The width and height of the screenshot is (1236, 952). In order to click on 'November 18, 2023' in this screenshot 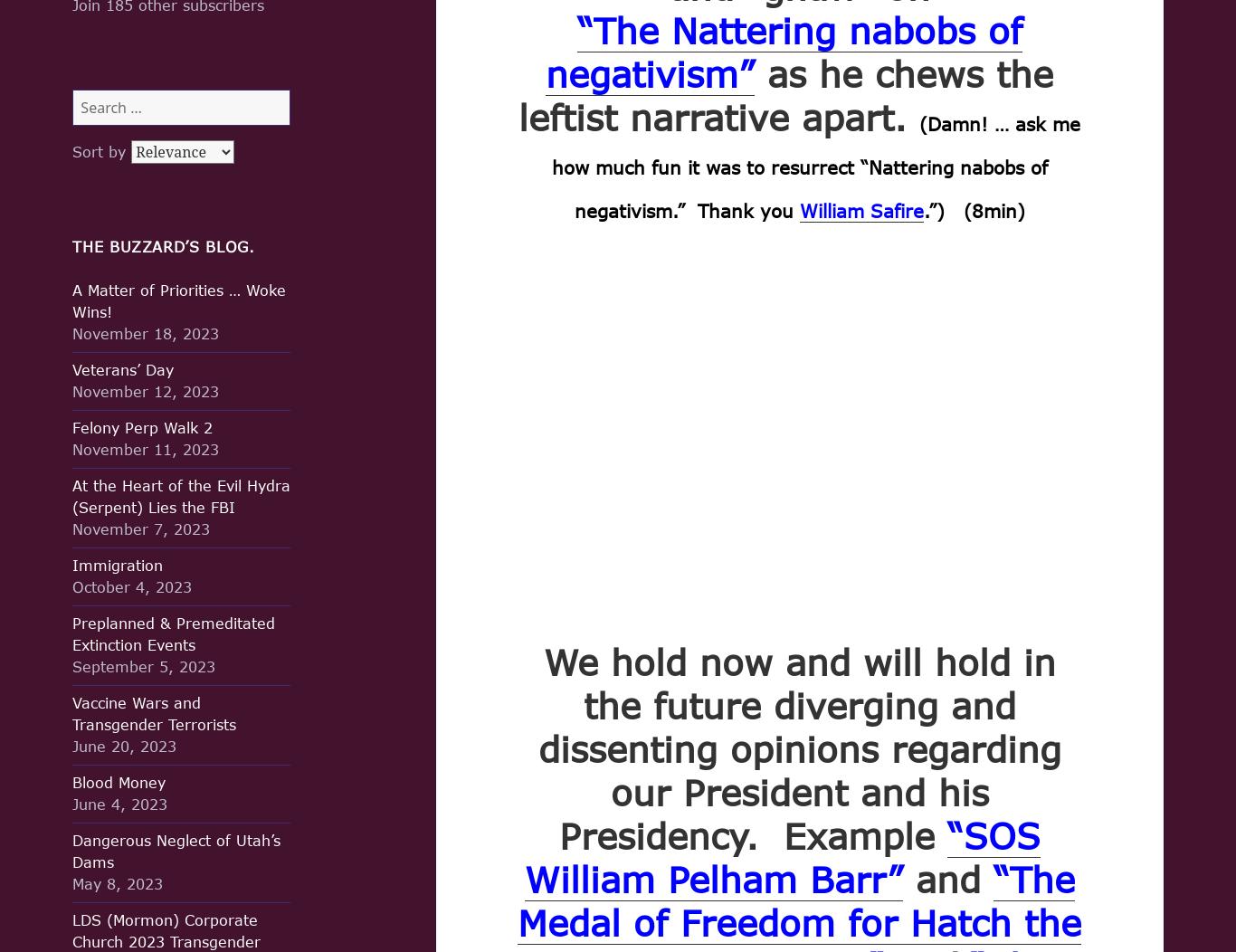, I will do `click(145, 333)`.